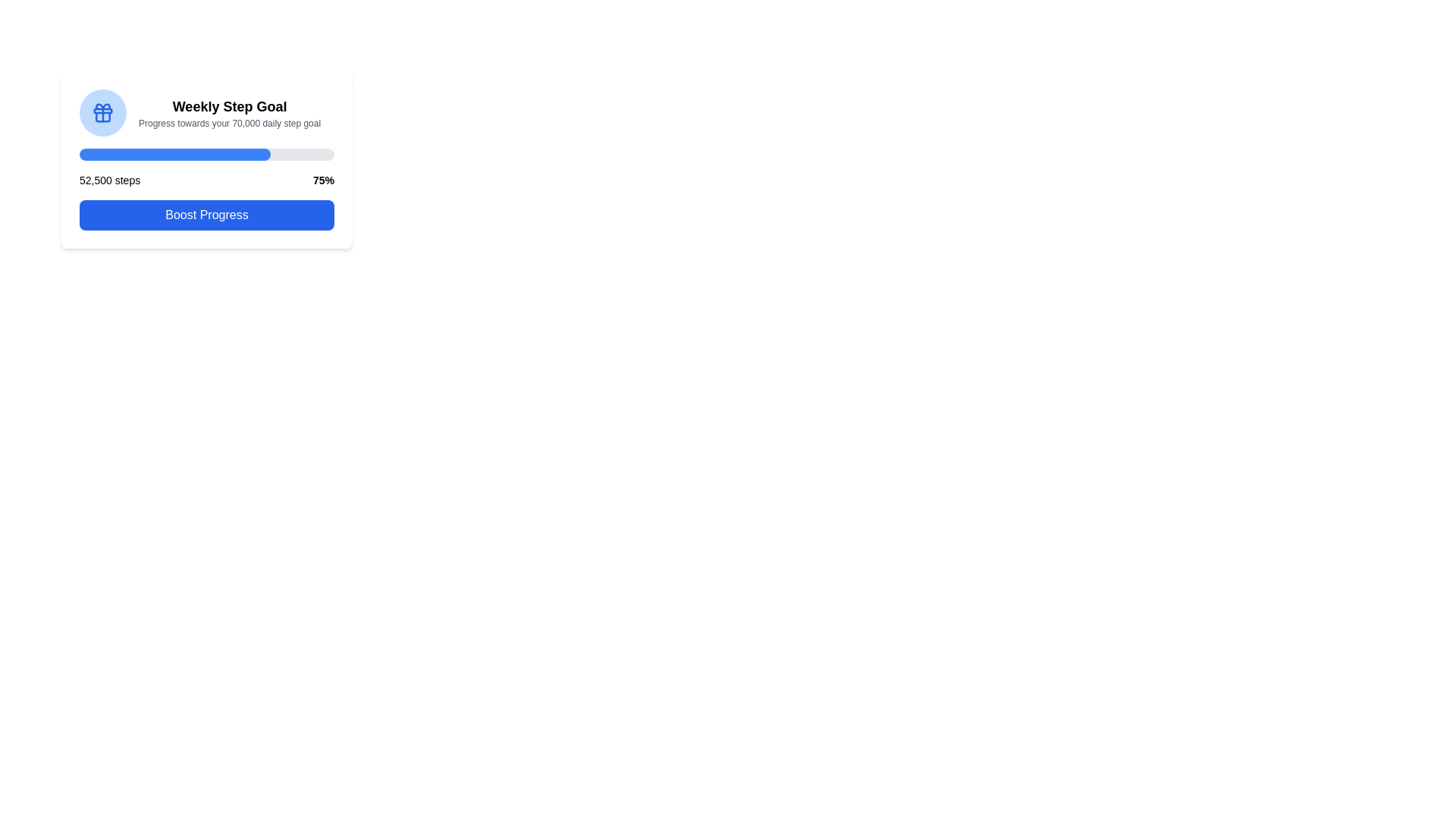  I want to click on information provided in the Text Label that elaborates on the user's progress towards the weekly step goal, located beneath the 'Weekly Step Goal' text, so click(228, 122).